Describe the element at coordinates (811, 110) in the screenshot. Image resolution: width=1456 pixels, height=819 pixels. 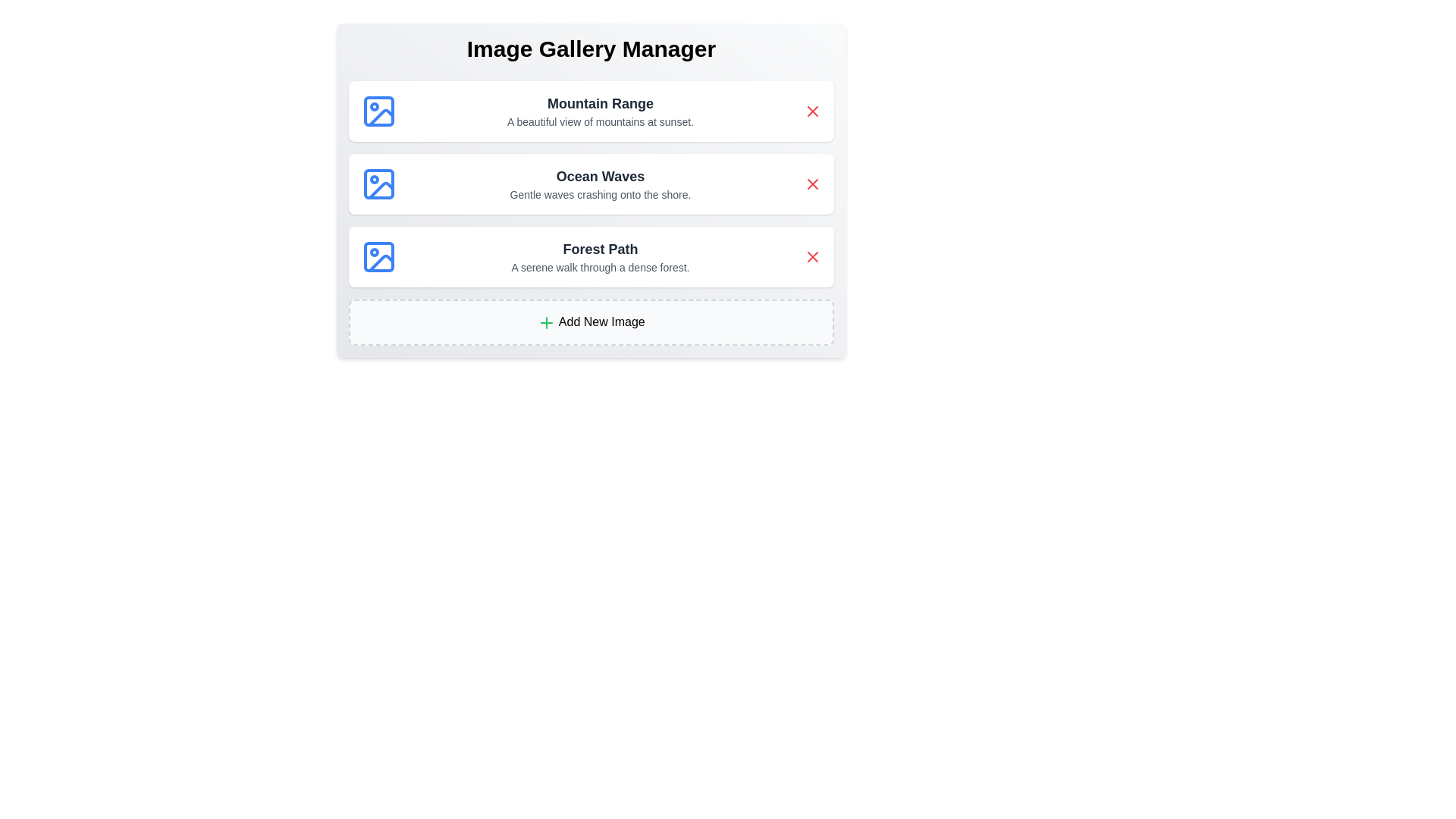
I see `the delete button for the image titled Mountain Range` at that location.